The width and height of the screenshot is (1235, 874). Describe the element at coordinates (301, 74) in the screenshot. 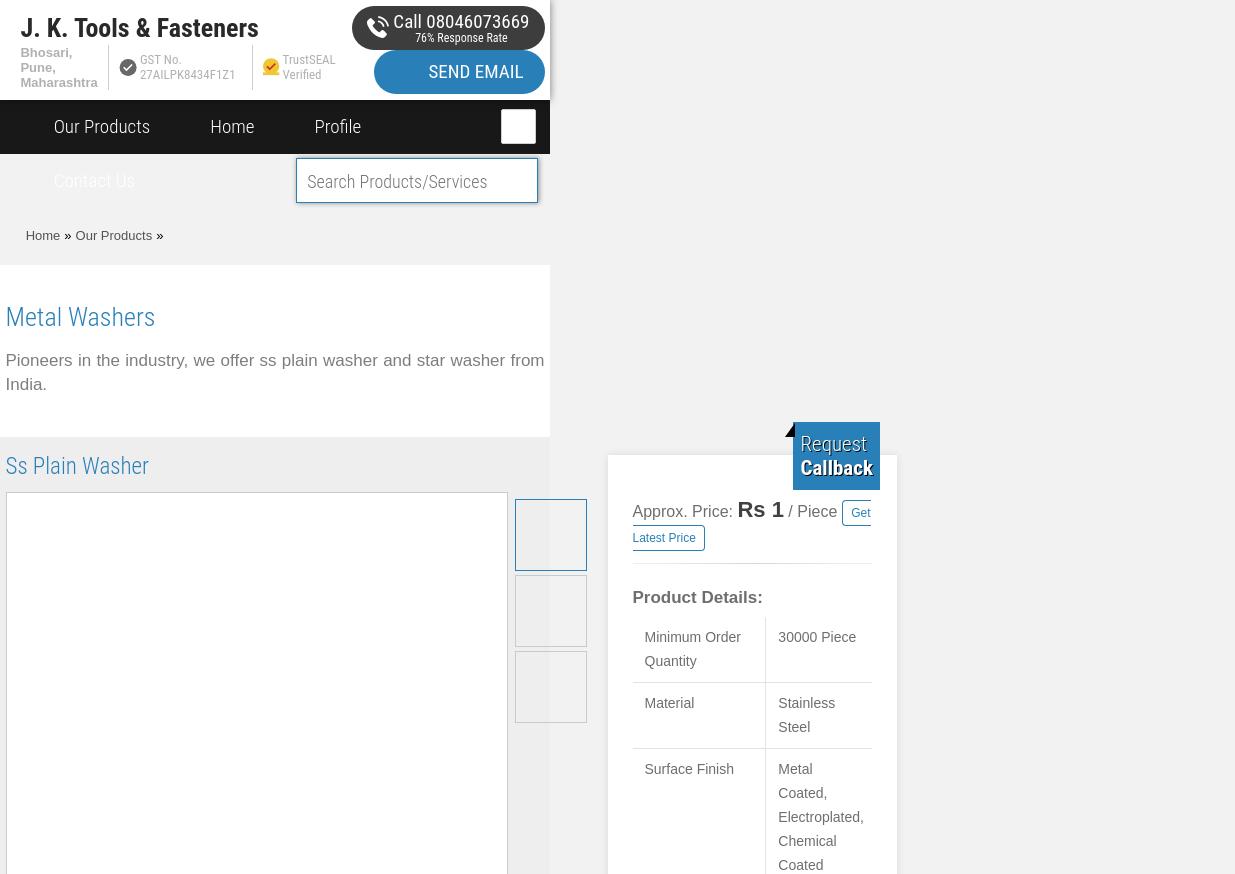

I see `'Verified'` at that location.